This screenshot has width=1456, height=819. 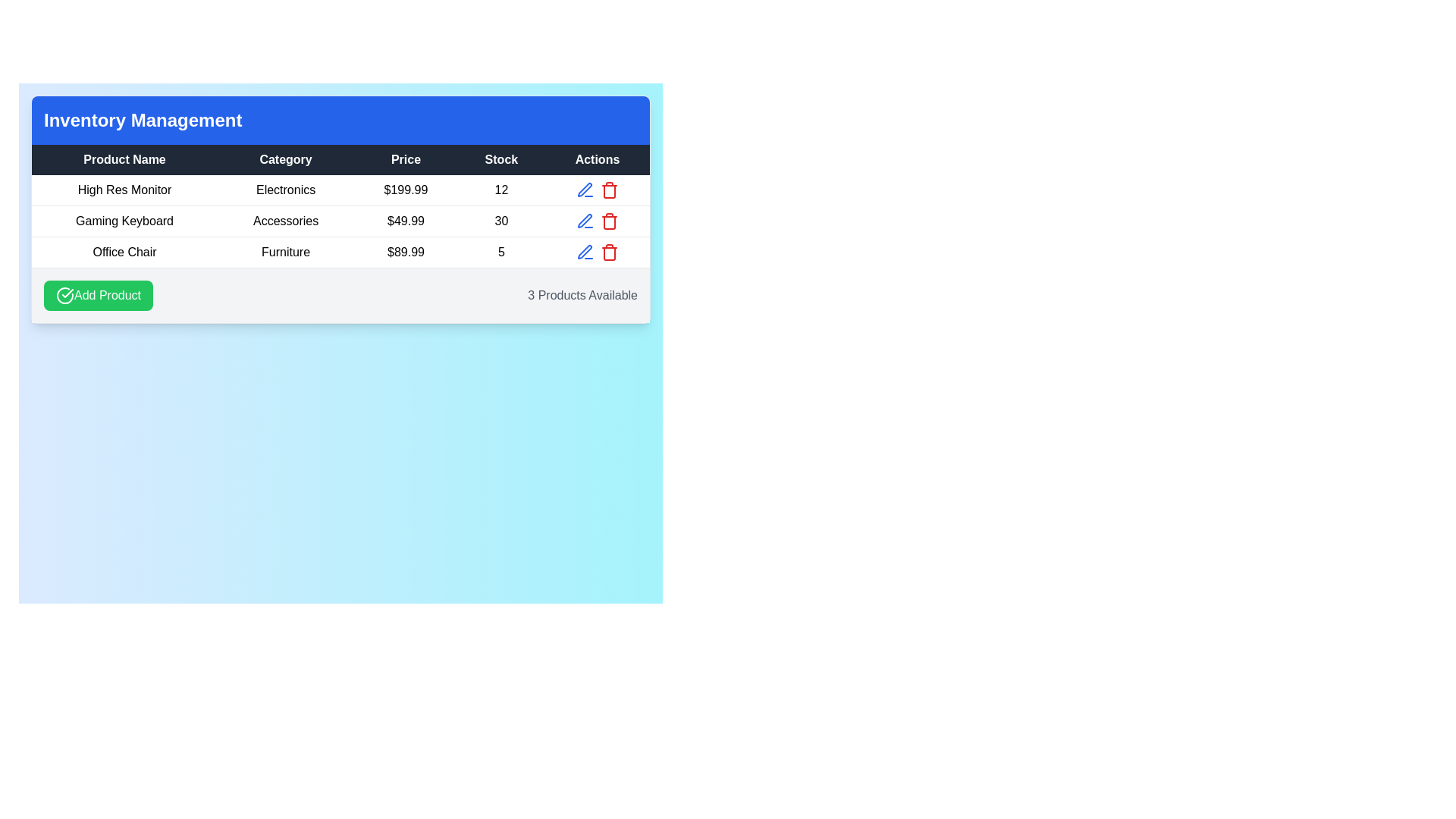 I want to click on the 'Actions' column header, which is the fifth header in a row of column headers including 'Product Name', 'Category', 'Price', 'Stock', and 'Actions', so click(x=596, y=160).